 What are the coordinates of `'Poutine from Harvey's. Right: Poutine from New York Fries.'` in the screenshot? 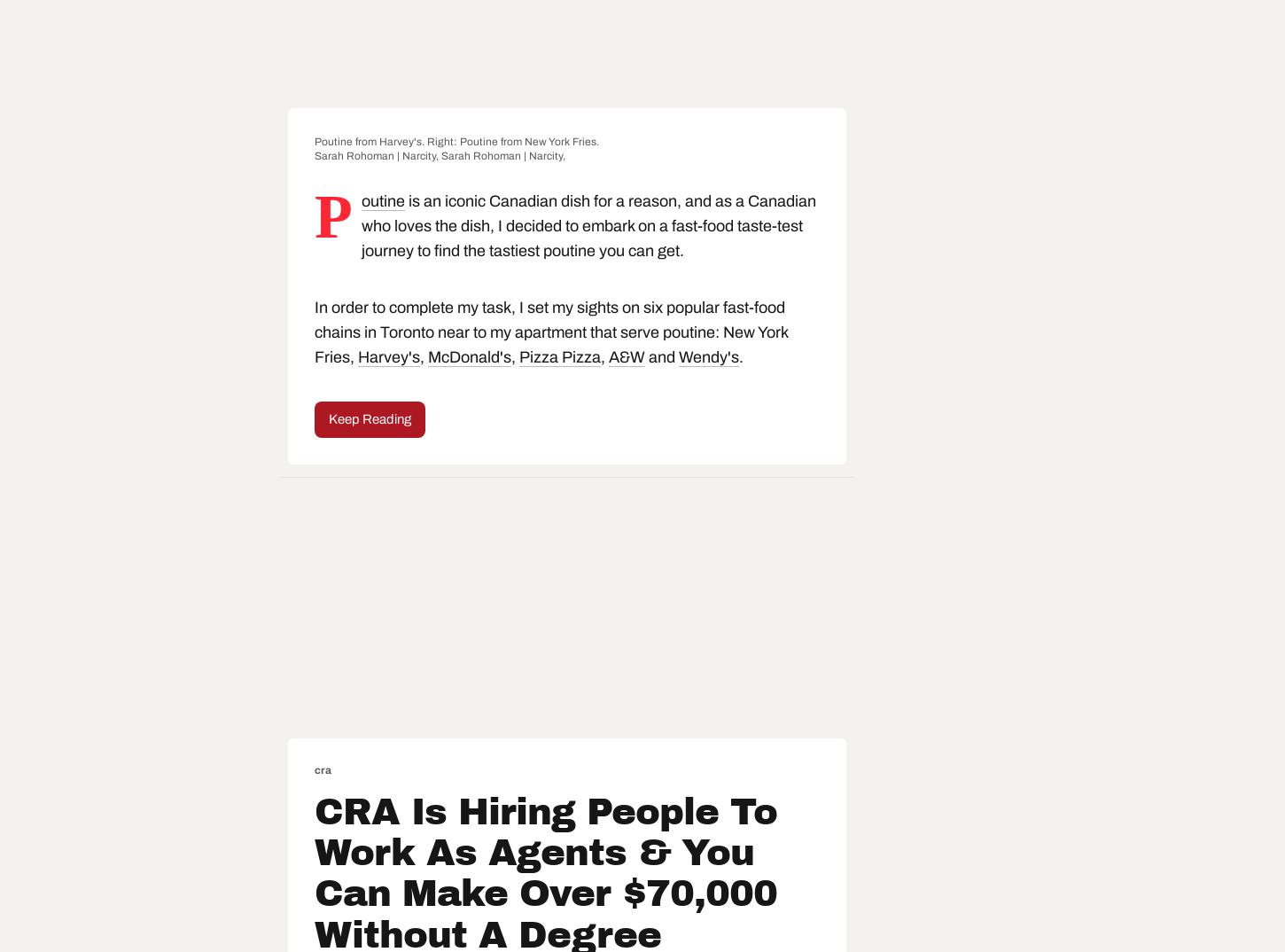 It's located at (456, 139).